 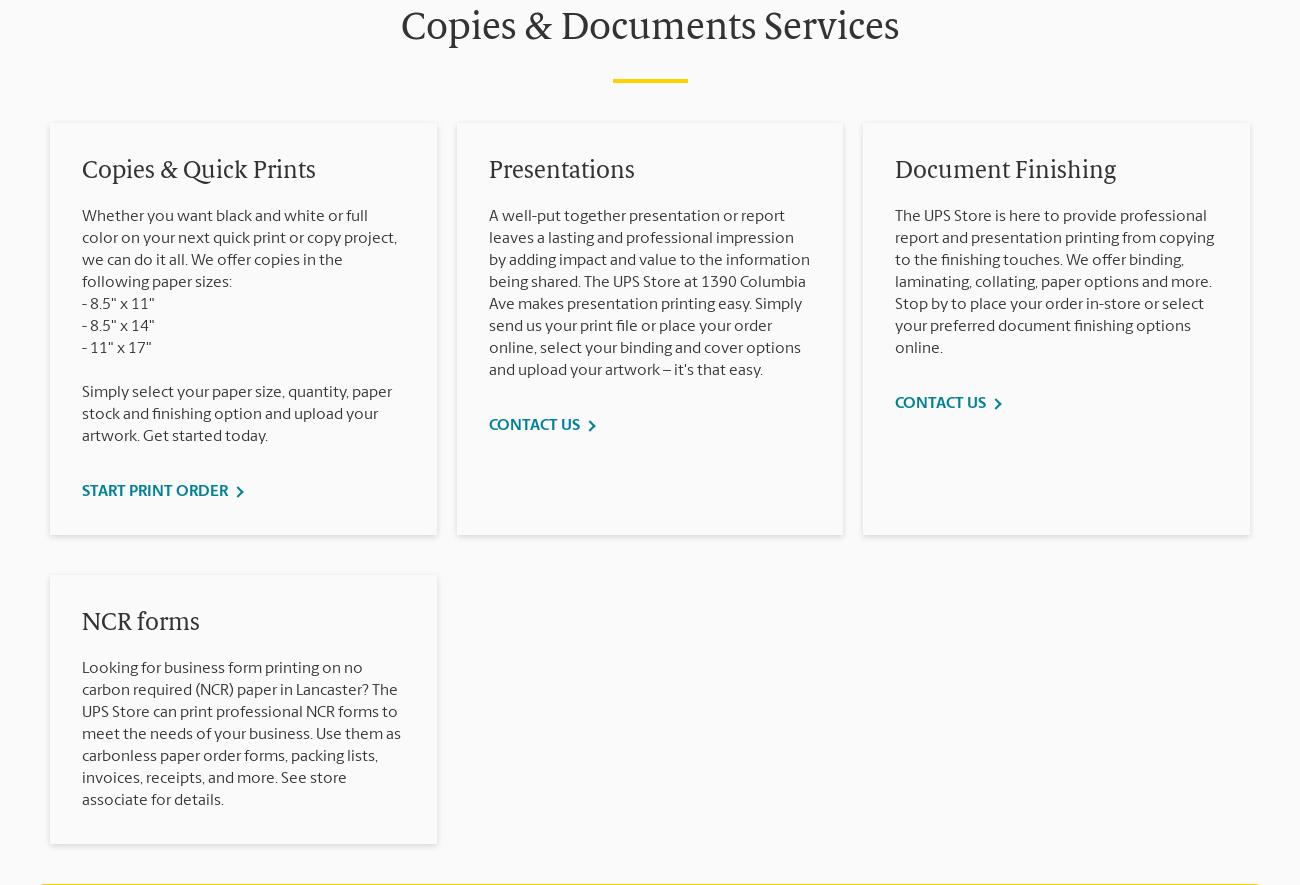 I want to click on 'The UPS Store is here to provide professional report and presentation printing from copying to the finishing touches.  We offer binding, laminating, collating, paper options and more. Stop by to place your order in-store or select your preferred document finishing options online.', so click(x=894, y=281).